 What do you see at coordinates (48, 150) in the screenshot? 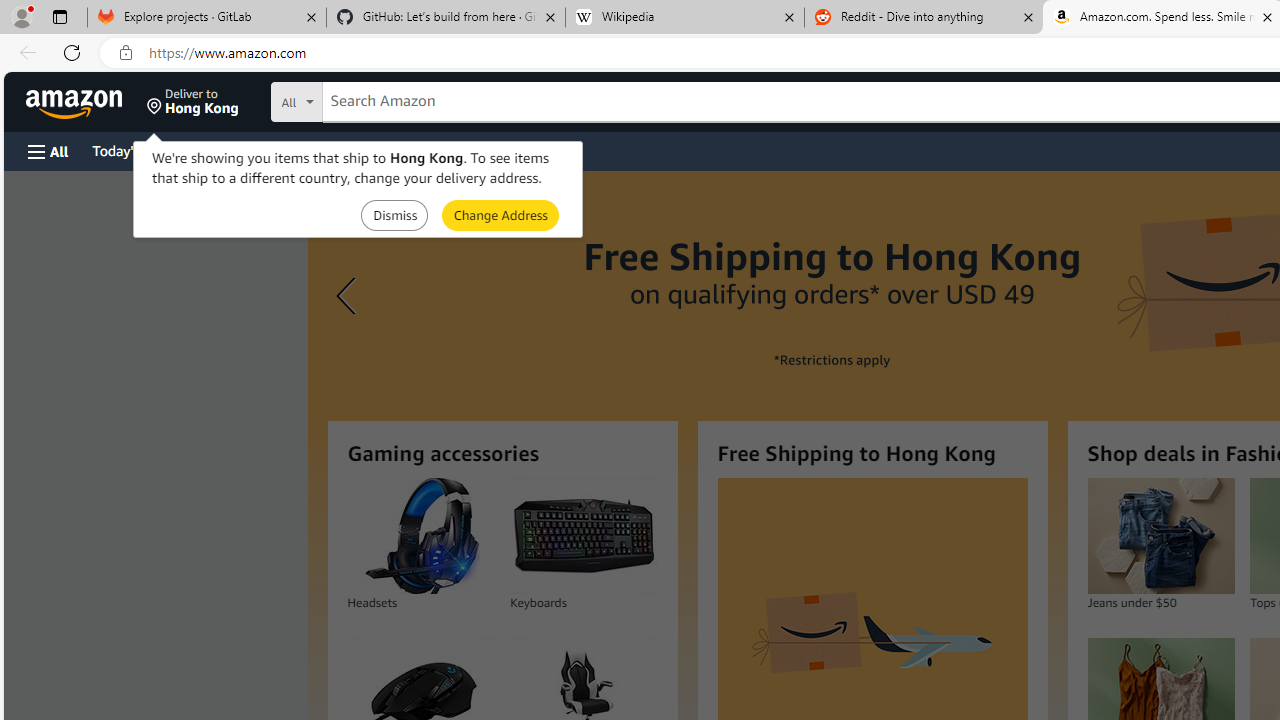
I see `'Open Menu'` at bounding box center [48, 150].